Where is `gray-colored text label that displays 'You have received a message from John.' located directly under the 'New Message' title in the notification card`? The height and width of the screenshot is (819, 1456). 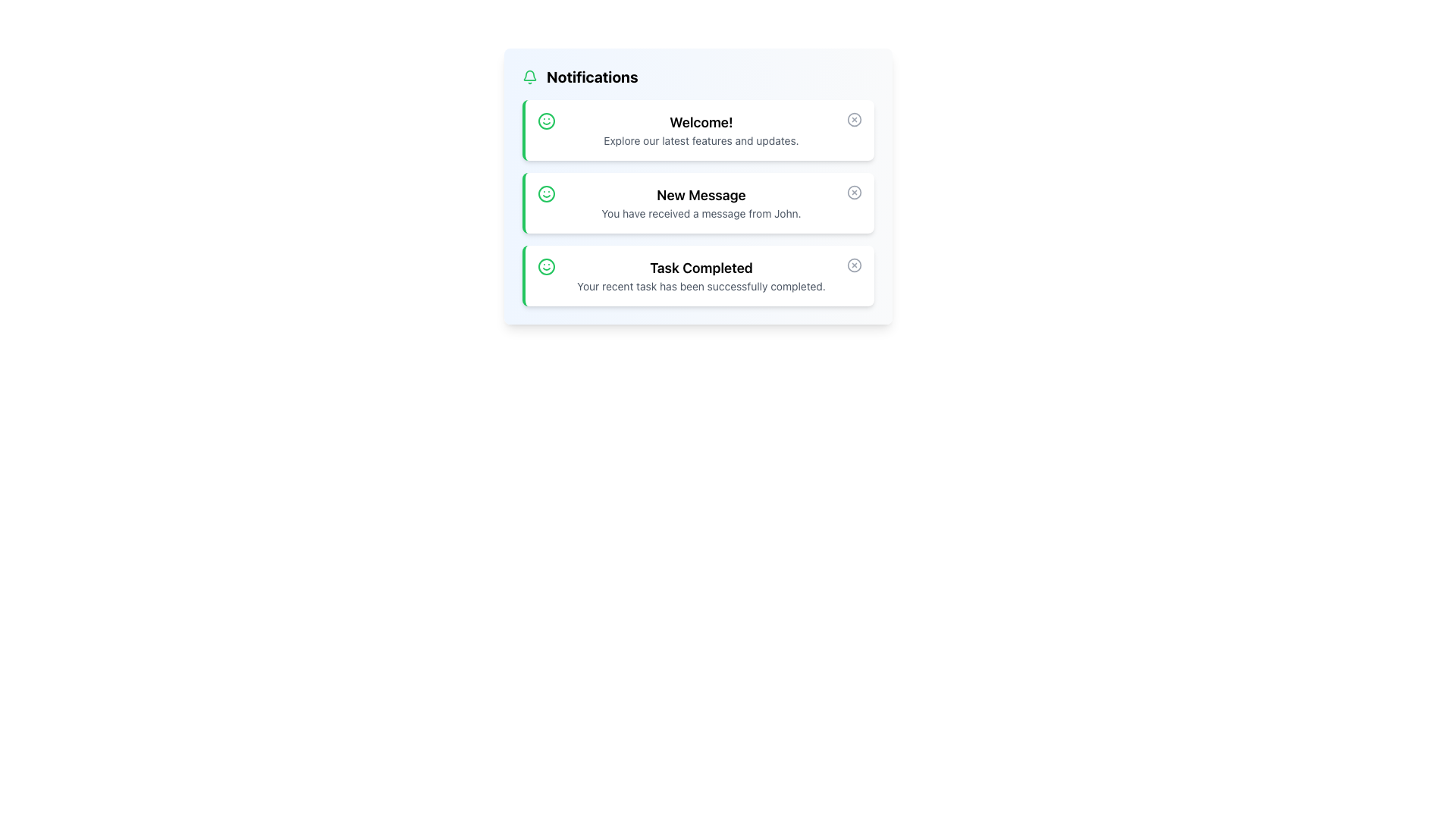
gray-colored text label that displays 'You have received a message from John.' located directly under the 'New Message' title in the notification card is located at coordinates (701, 213).